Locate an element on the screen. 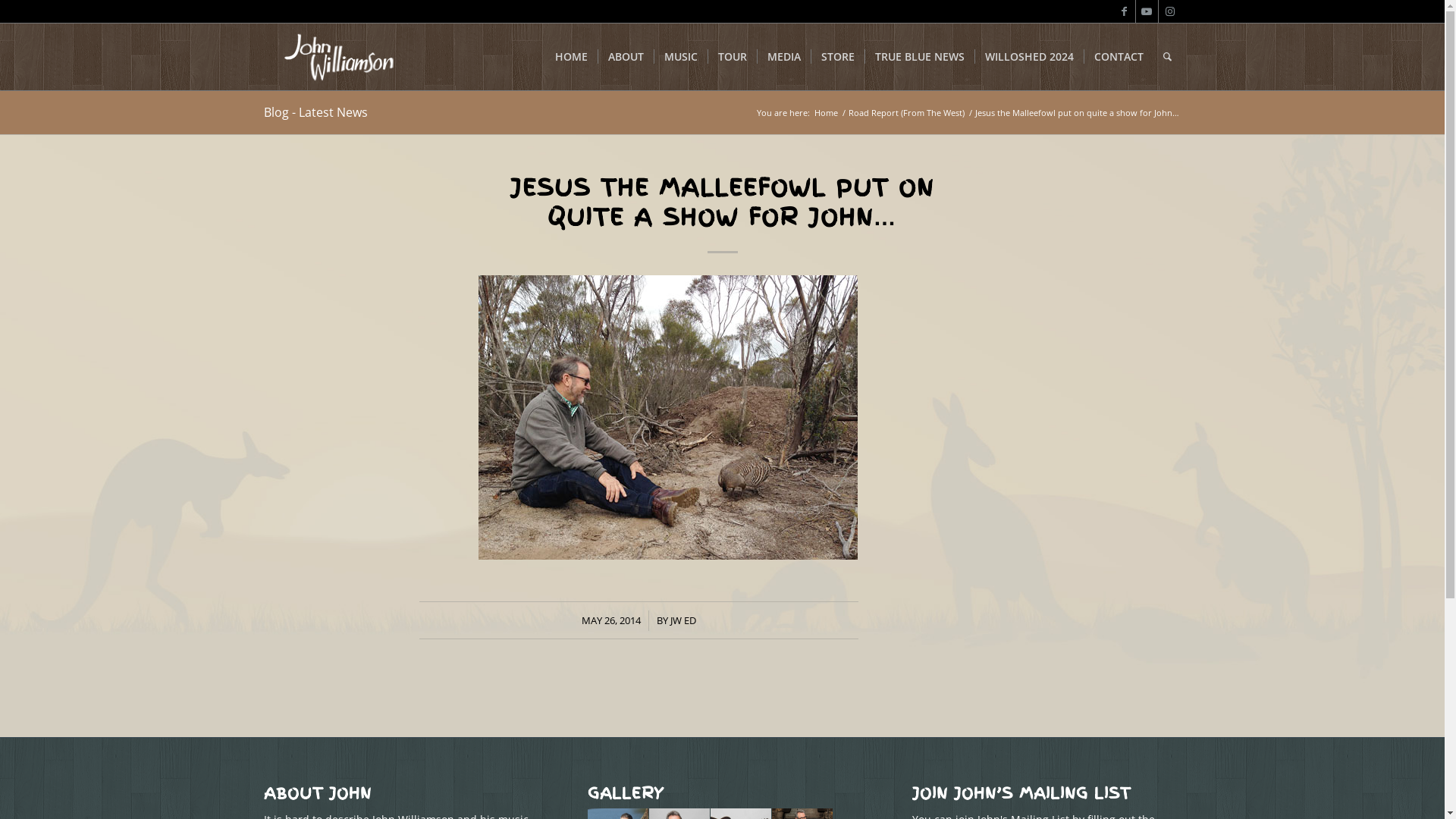  'WILLOSHED 2024' is located at coordinates (1028, 55).